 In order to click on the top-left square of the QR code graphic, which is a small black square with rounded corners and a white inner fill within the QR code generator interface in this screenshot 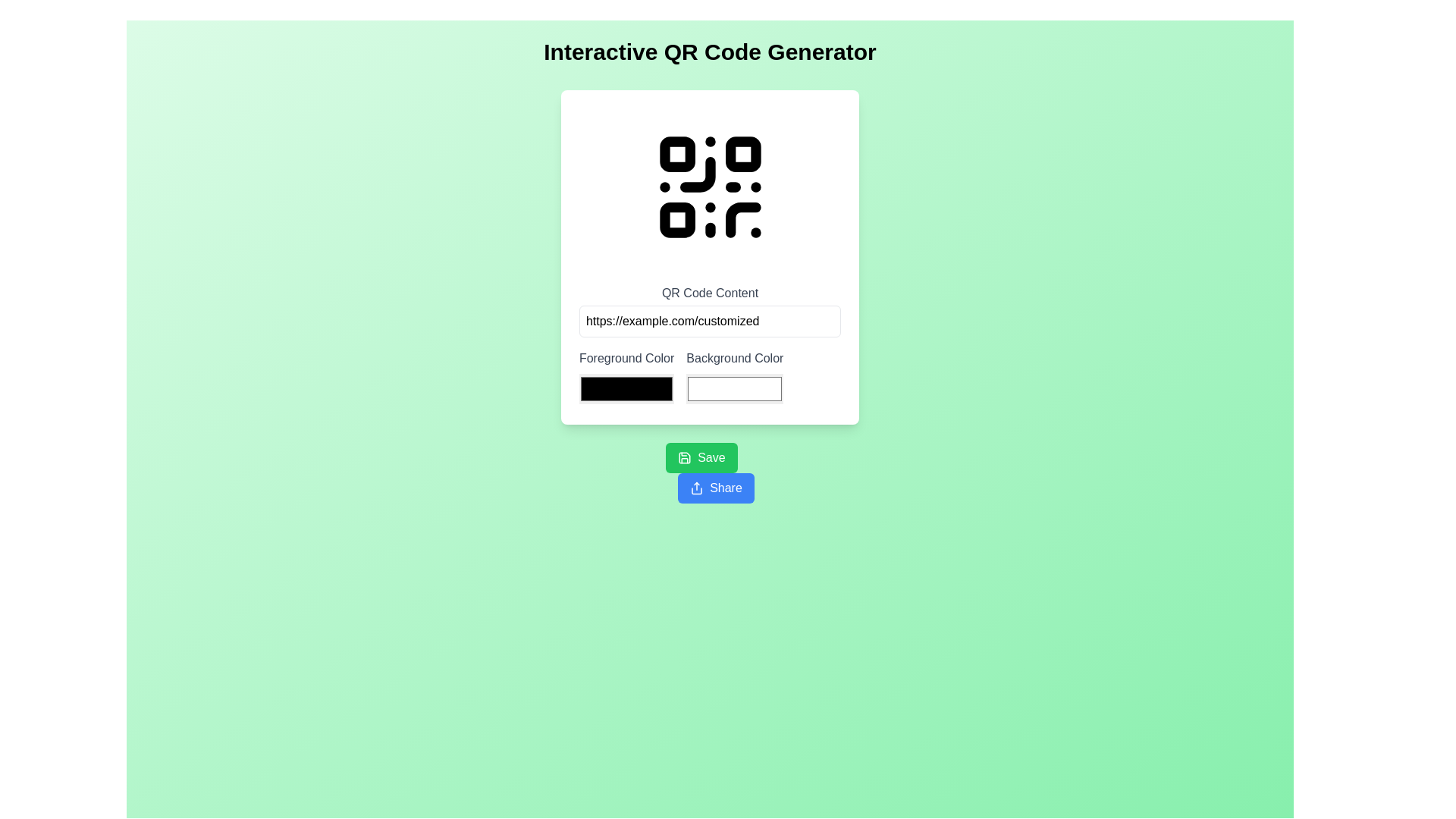, I will do `click(676, 154)`.